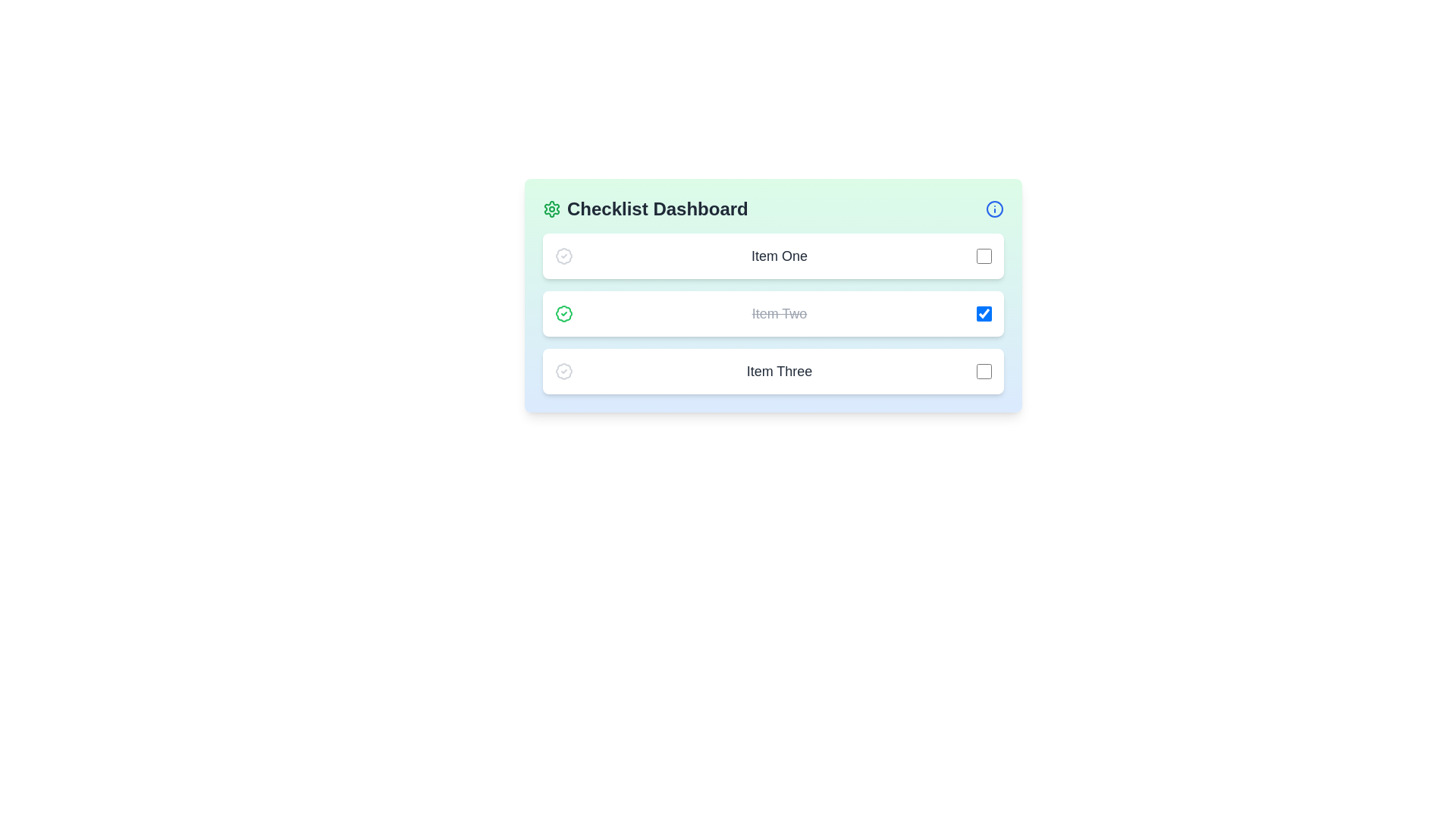  I want to click on the checkbox associated with 'Item Three', so click(984, 371).